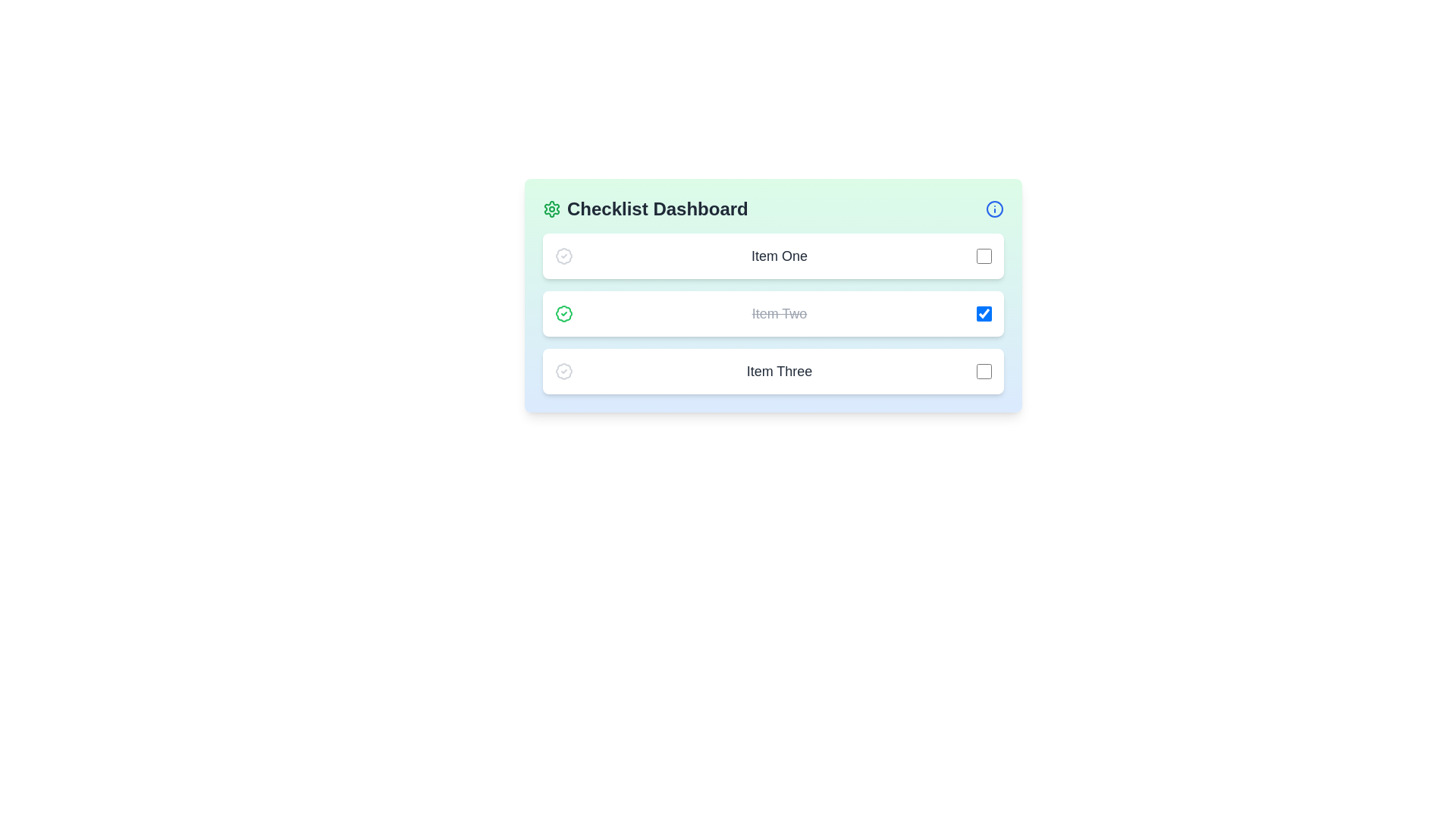  I want to click on the checkbox associated with 'Item Three', so click(984, 371).